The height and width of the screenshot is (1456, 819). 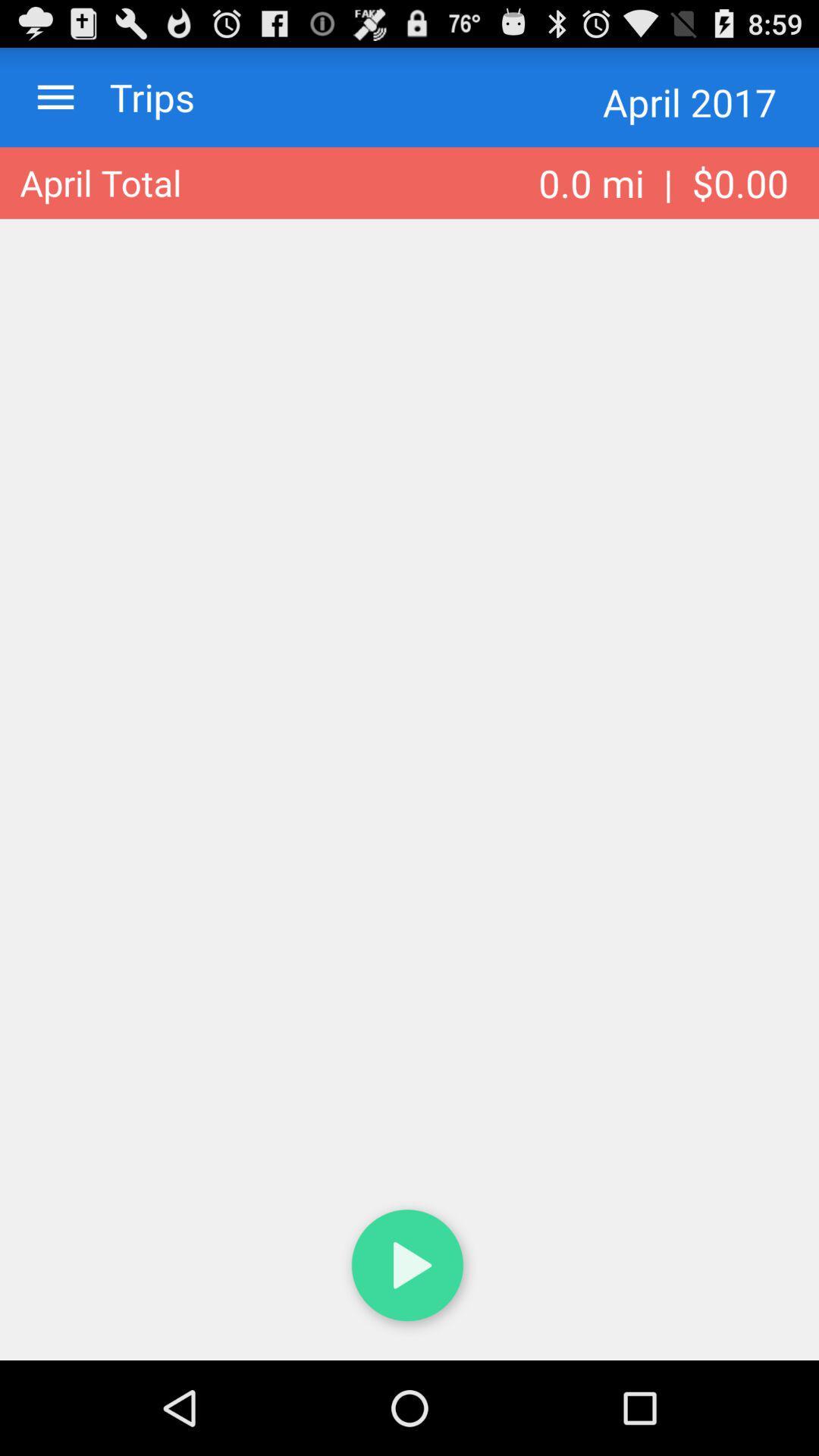 I want to click on button, so click(x=409, y=1269).